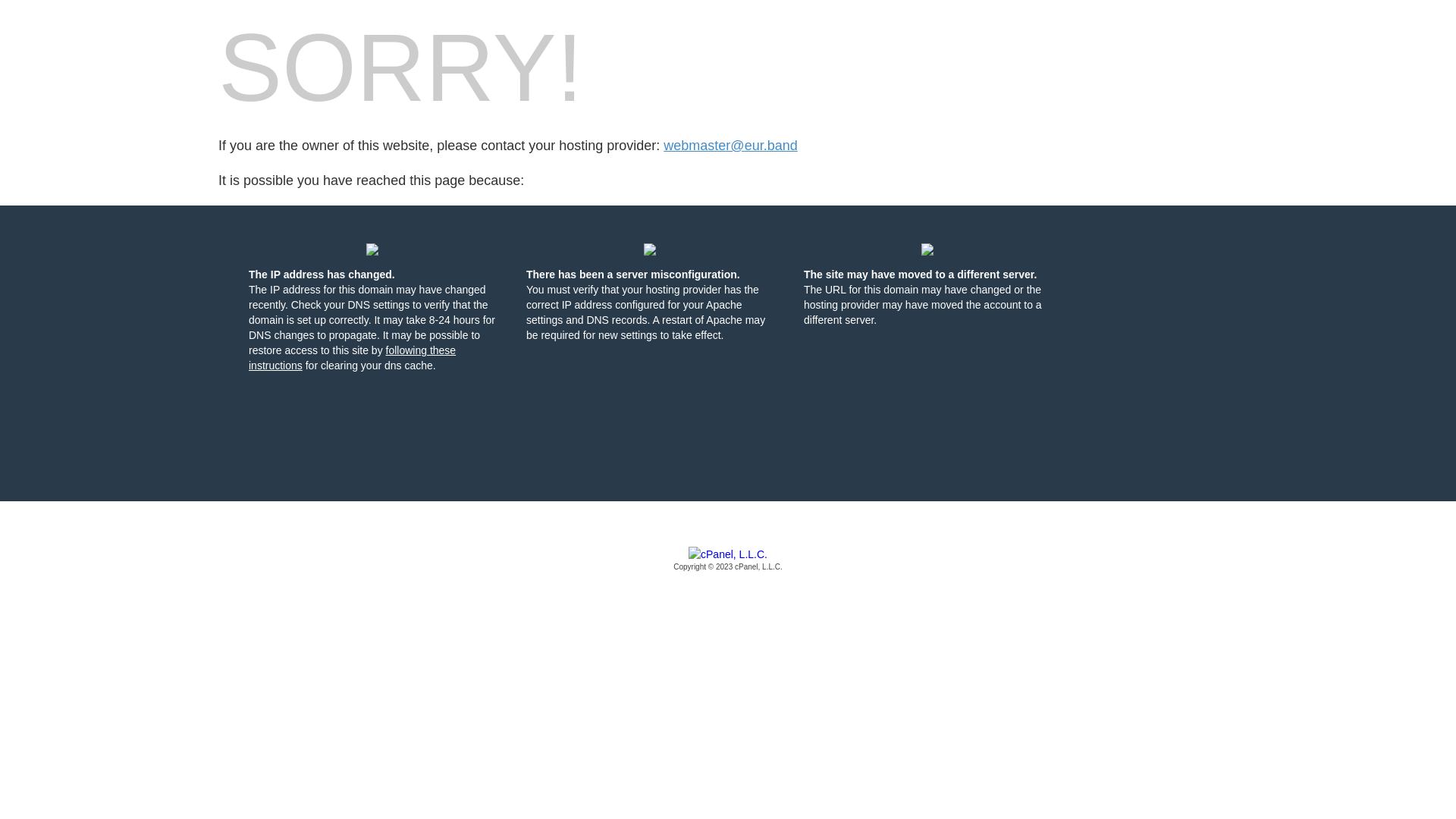 This screenshot has height=819, width=1456. Describe the element at coordinates (730, 146) in the screenshot. I see `'webmaster@eur.band'` at that location.